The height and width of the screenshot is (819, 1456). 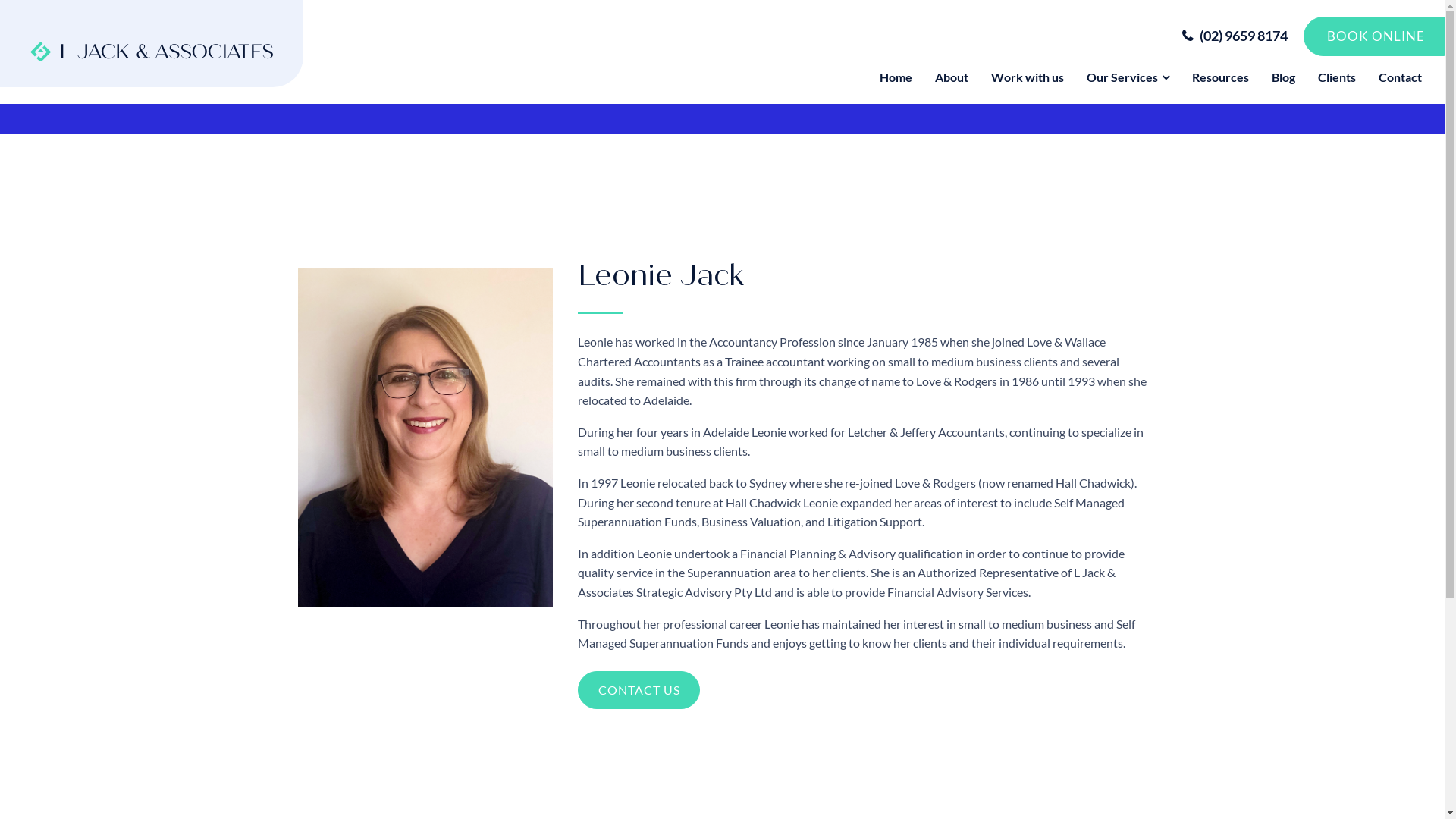 I want to click on 'CONTACT US', so click(x=577, y=690).